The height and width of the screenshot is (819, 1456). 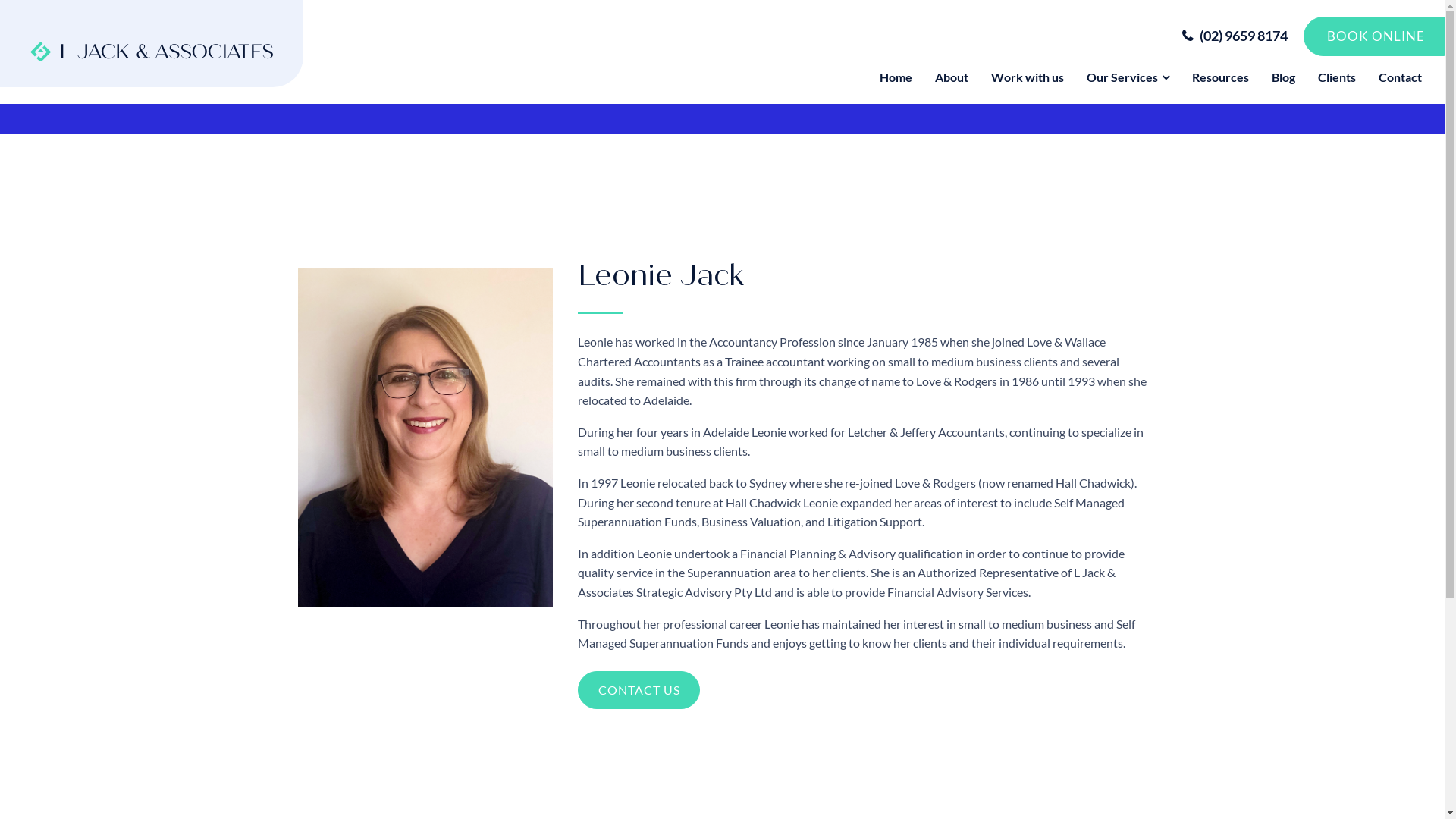 I want to click on 'CONTACT US', so click(x=577, y=690).